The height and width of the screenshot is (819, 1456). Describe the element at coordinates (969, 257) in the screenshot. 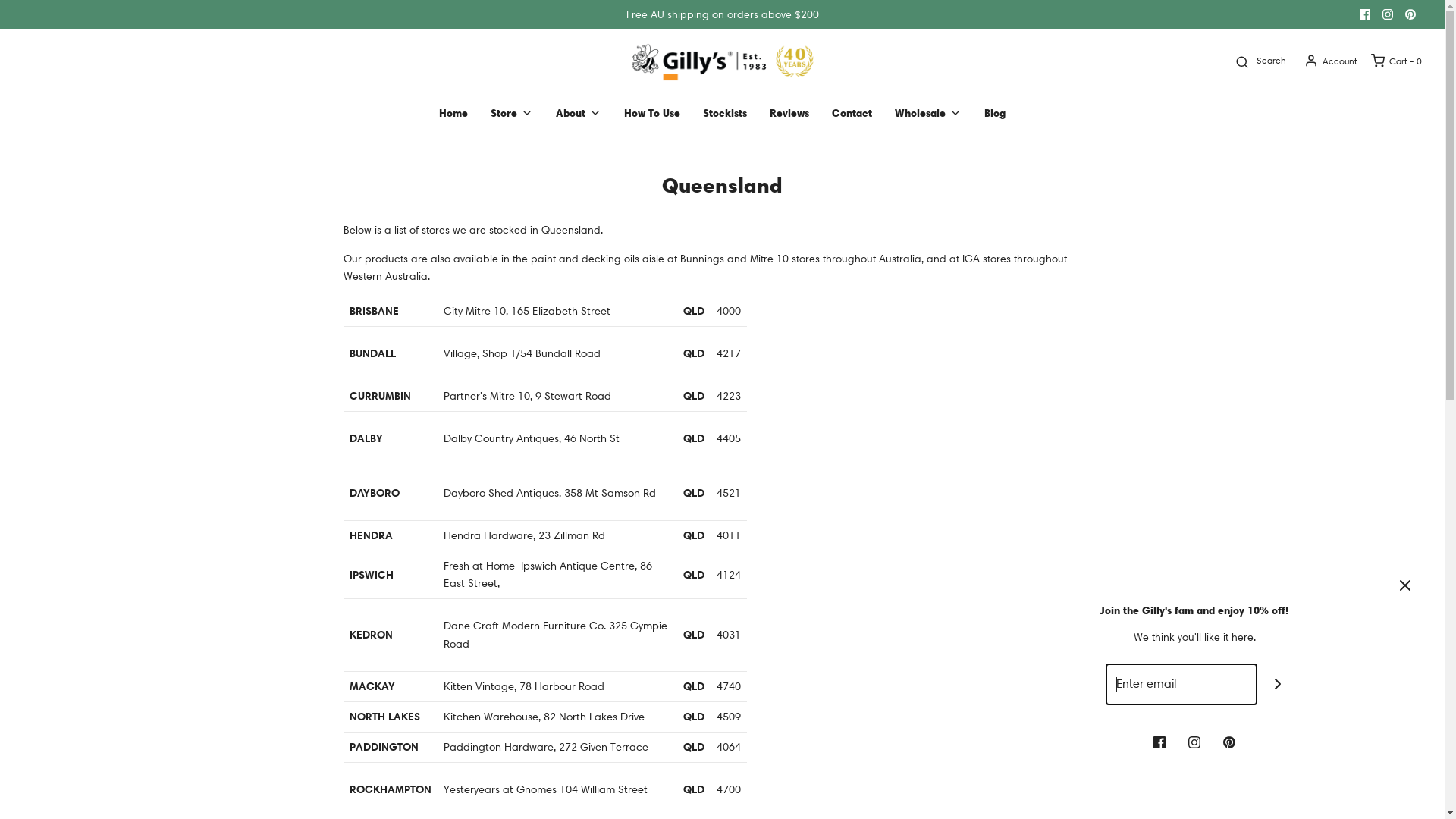

I see `'IGA'` at that location.